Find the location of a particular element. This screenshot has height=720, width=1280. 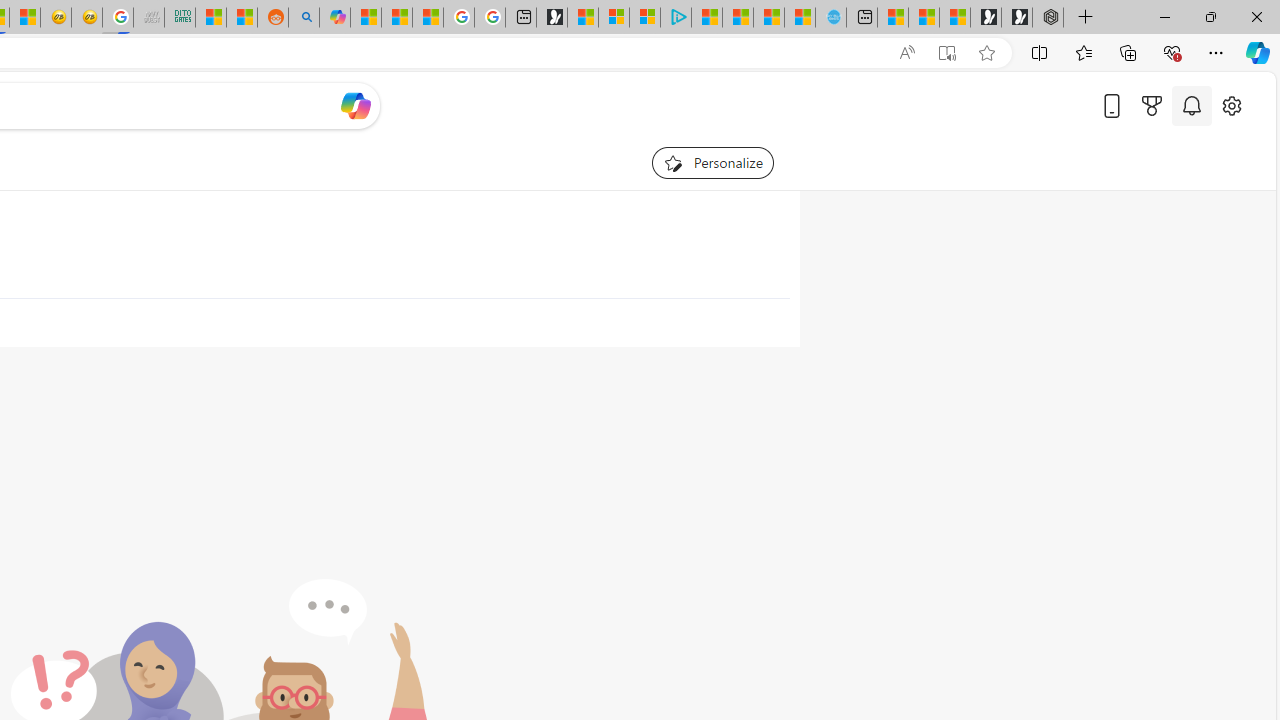

'DITOGAMES AG Imprint' is located at coordinates (179, 17).